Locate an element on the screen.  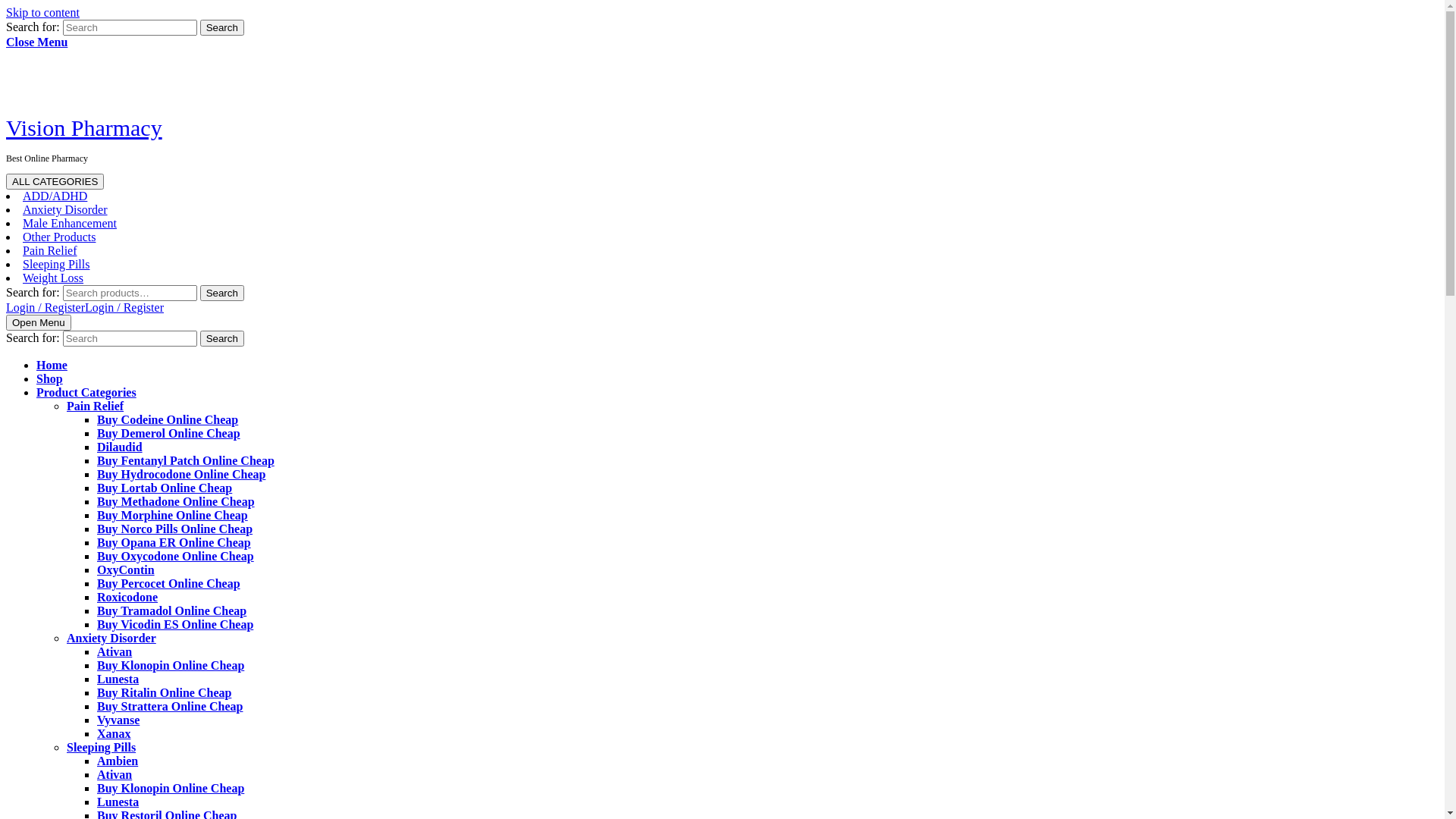
'Buy Klonopin Online Cheap' is located at coordinates (171, 787).